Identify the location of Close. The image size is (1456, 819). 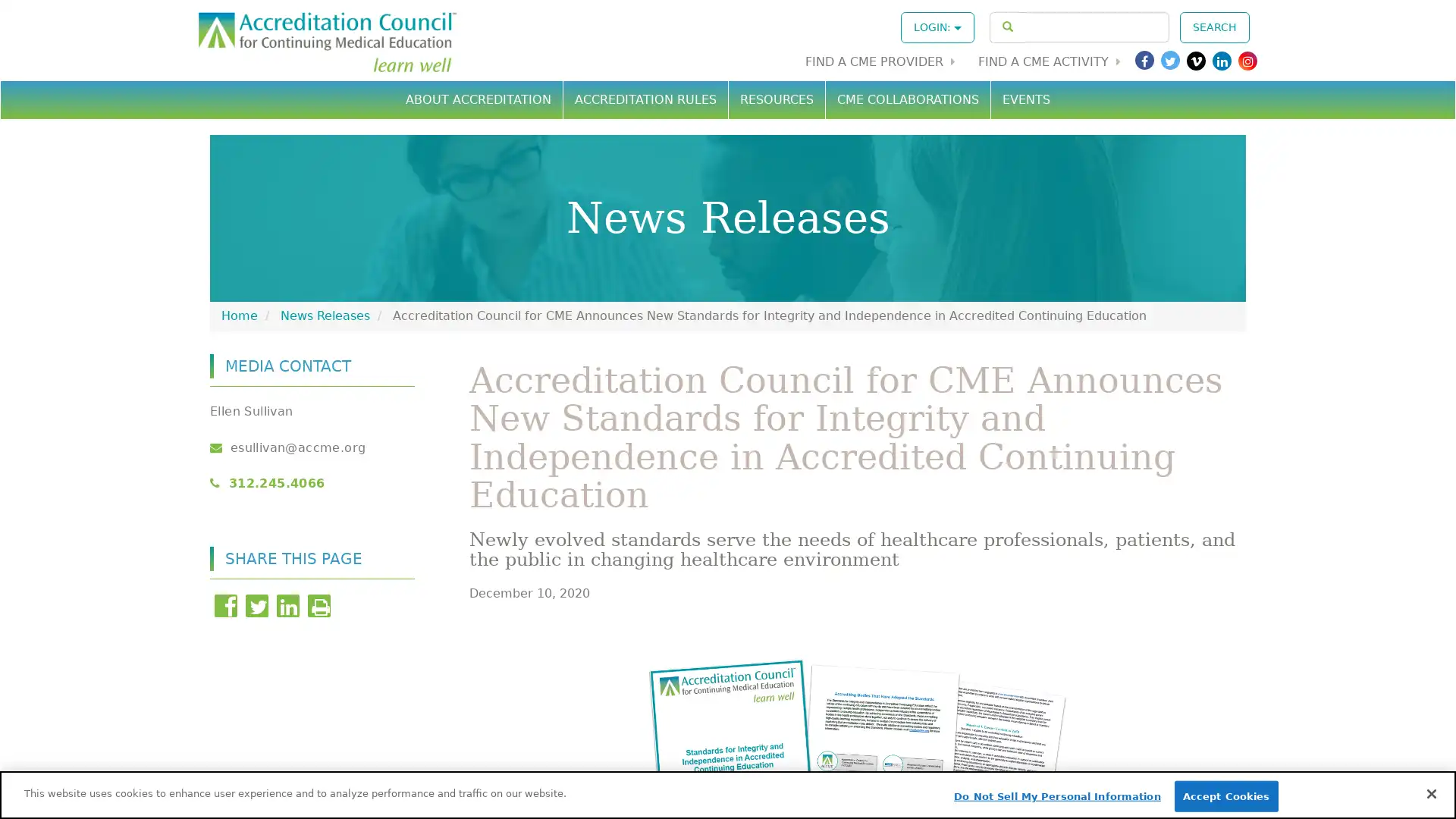
(1430, 792).